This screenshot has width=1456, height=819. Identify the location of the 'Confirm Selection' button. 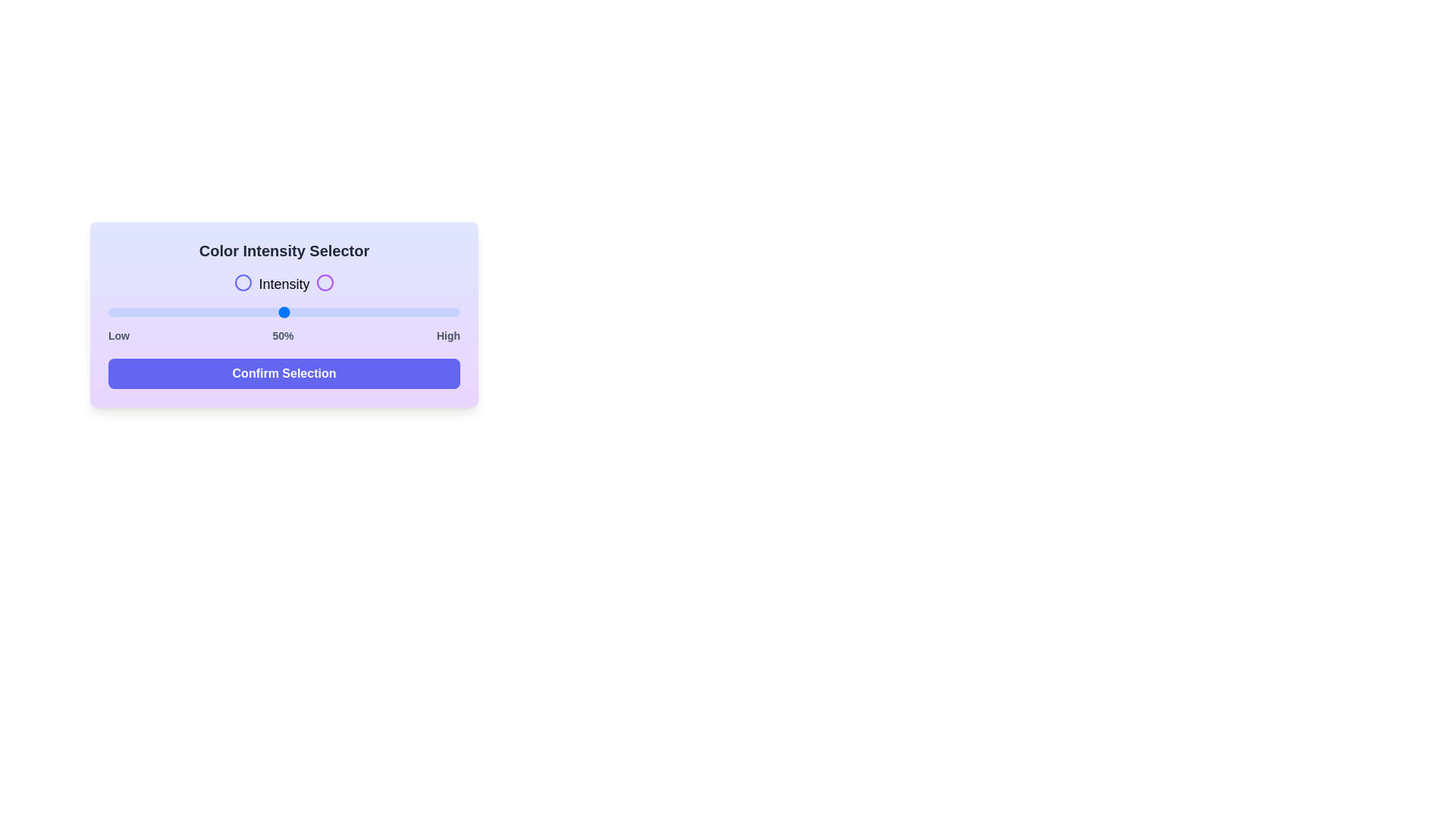
(284, 374).